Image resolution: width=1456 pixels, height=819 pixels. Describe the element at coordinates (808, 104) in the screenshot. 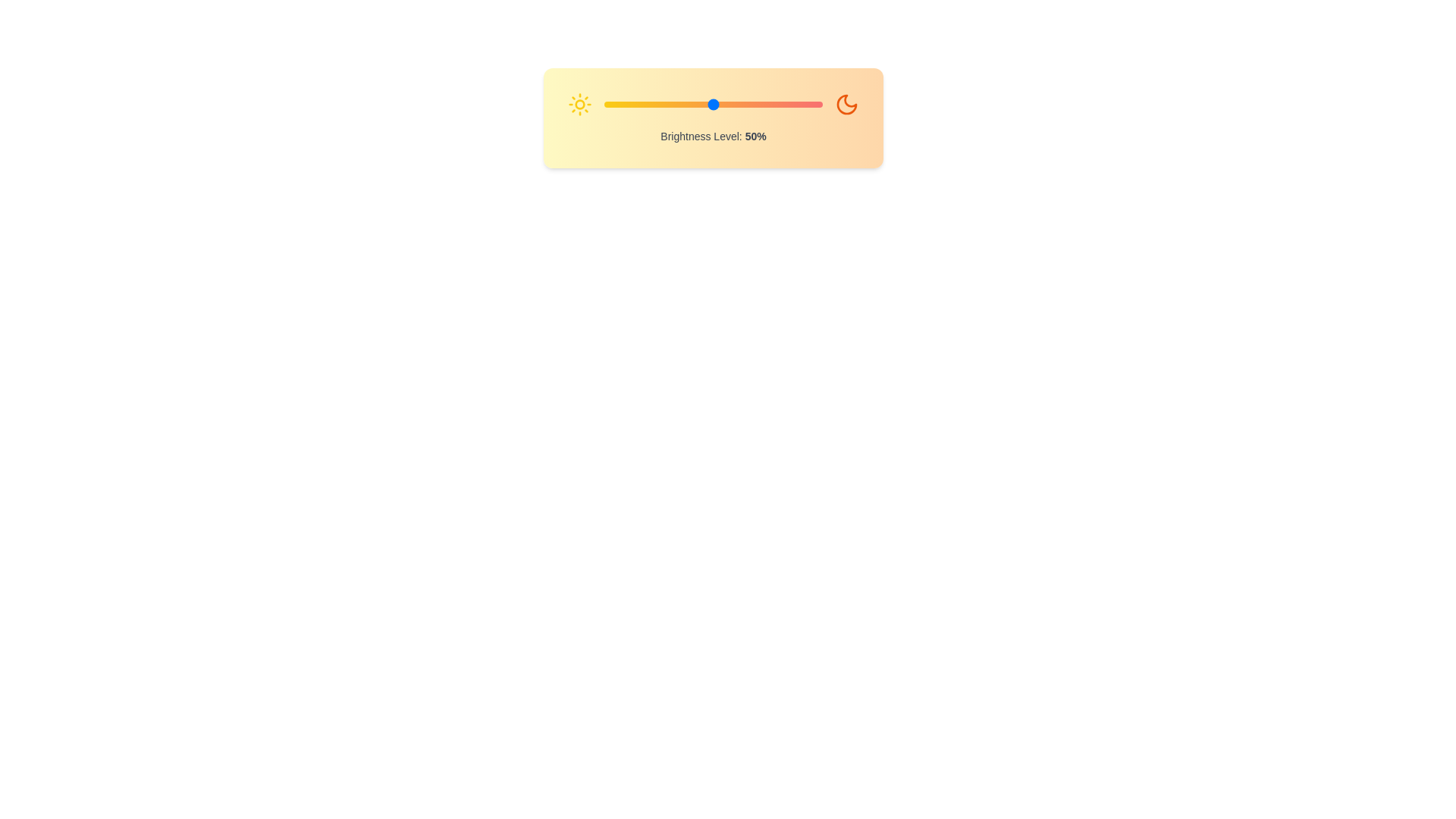

I see `the brightness slider to 94%` at that location.